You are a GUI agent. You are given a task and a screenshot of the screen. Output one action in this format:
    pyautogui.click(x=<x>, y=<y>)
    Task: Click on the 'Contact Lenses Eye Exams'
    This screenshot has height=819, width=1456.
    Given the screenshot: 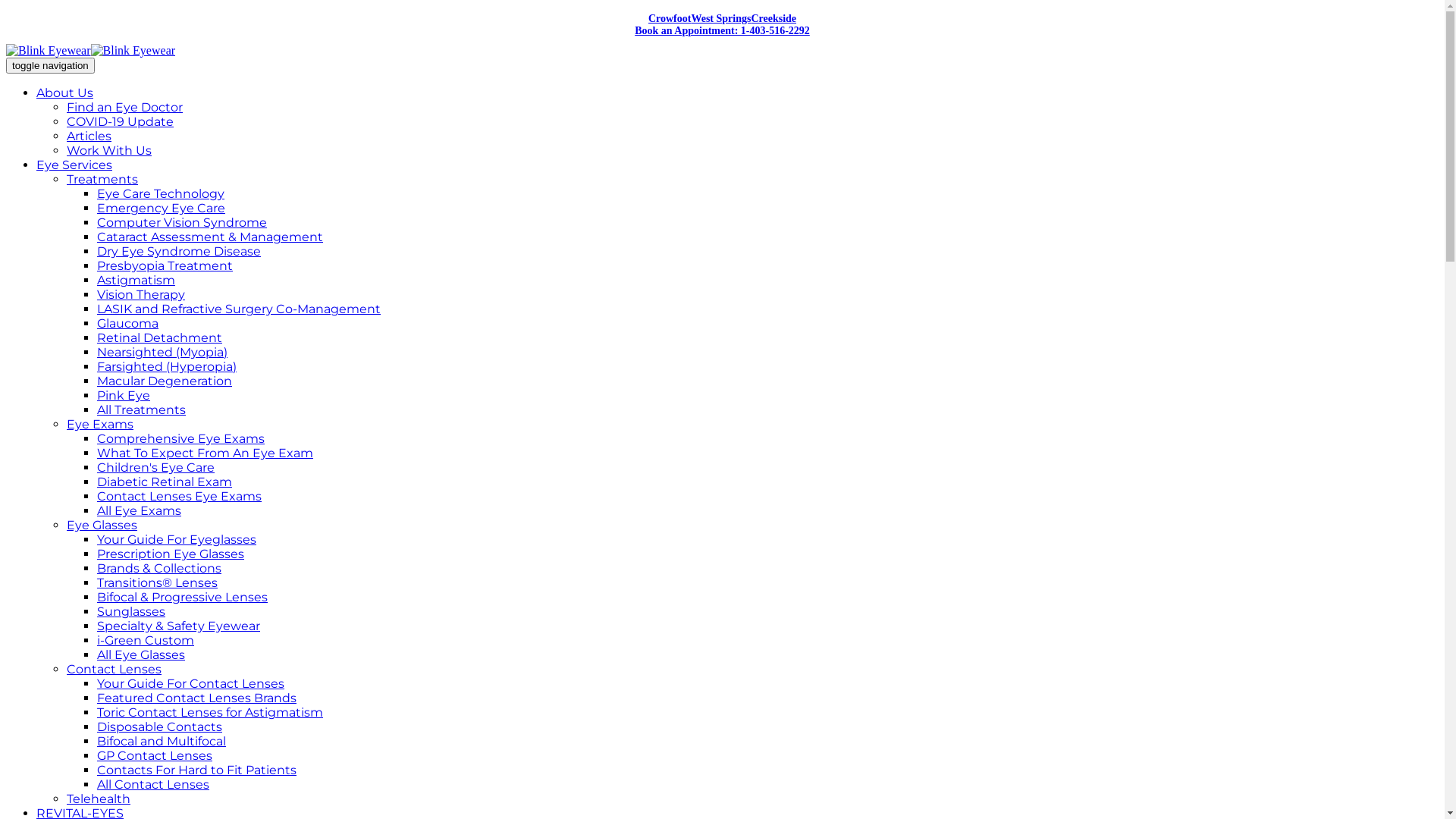 What is the action you would take?
    pyautogui.click(x=179, y=496)
    